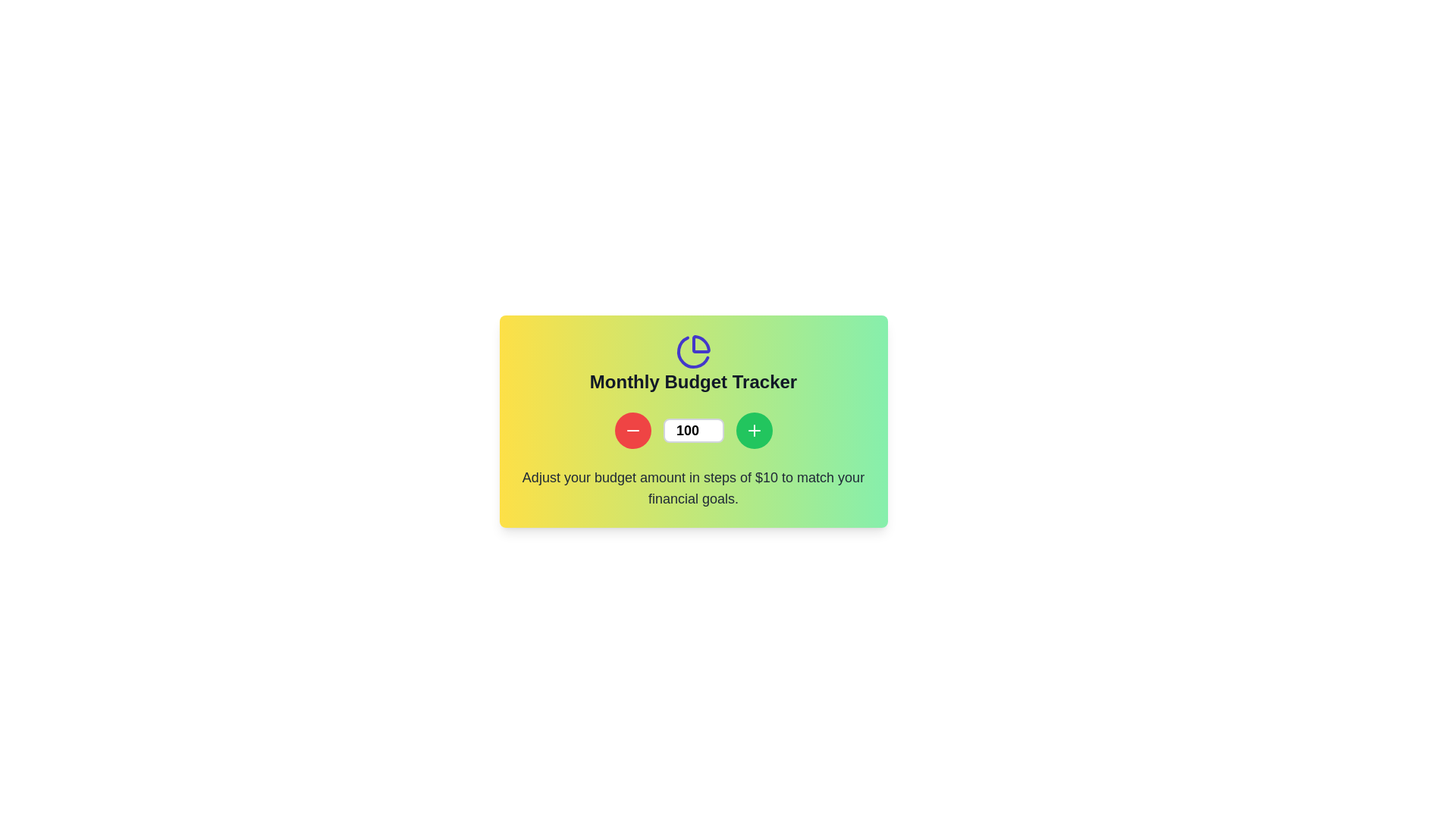 The image size is (1456, 819). I want to click on the increment button located to the right of the input field displaying '100' to increase its value, so click(754, 430).